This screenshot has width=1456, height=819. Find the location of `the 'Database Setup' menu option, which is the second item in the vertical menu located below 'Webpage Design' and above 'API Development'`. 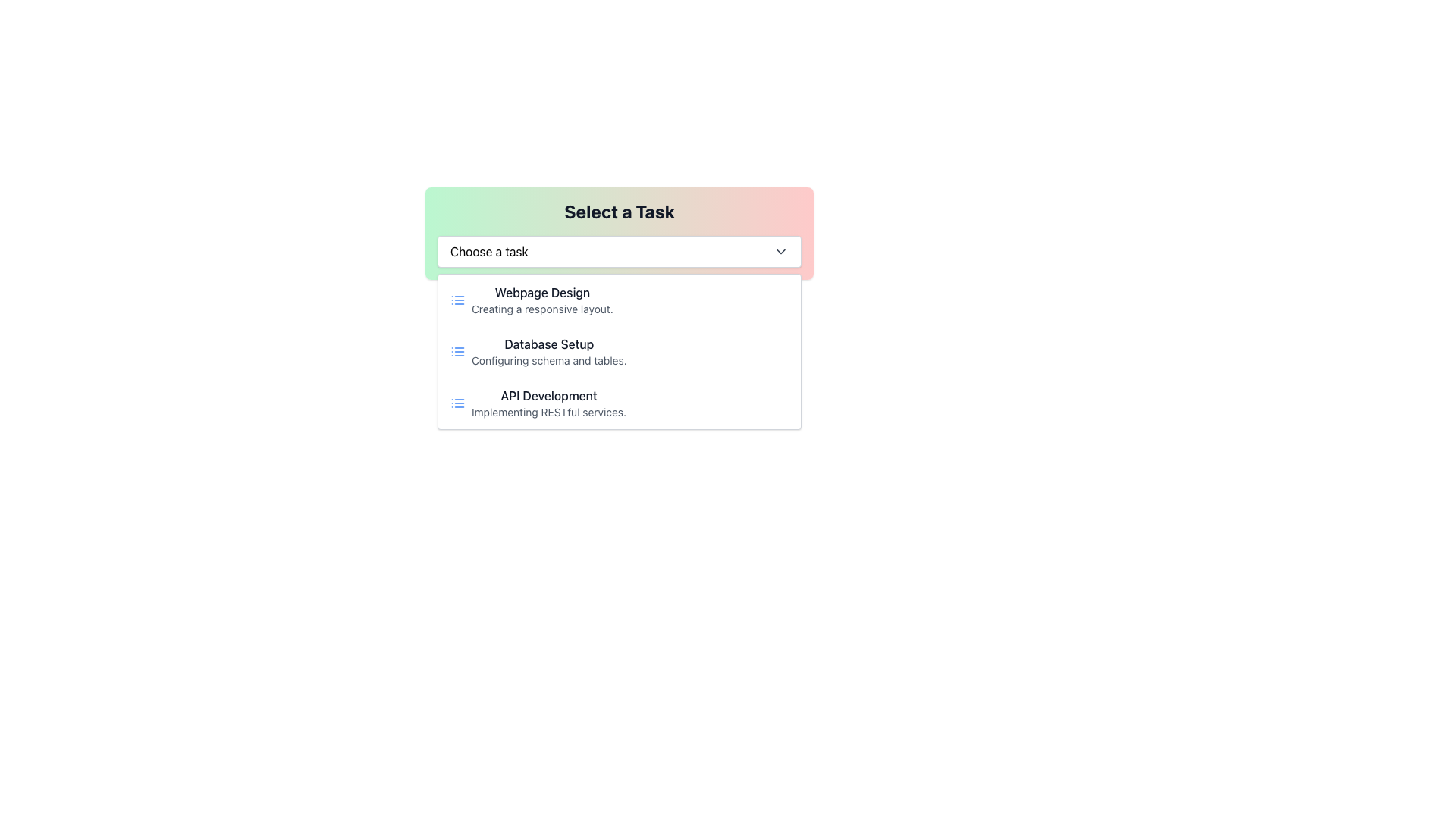

the 'Database Setup' menu option, which is the second item in the vertical menu located below 'Webpage Design' and above 'API Development' is located at coordinates (619, 351).